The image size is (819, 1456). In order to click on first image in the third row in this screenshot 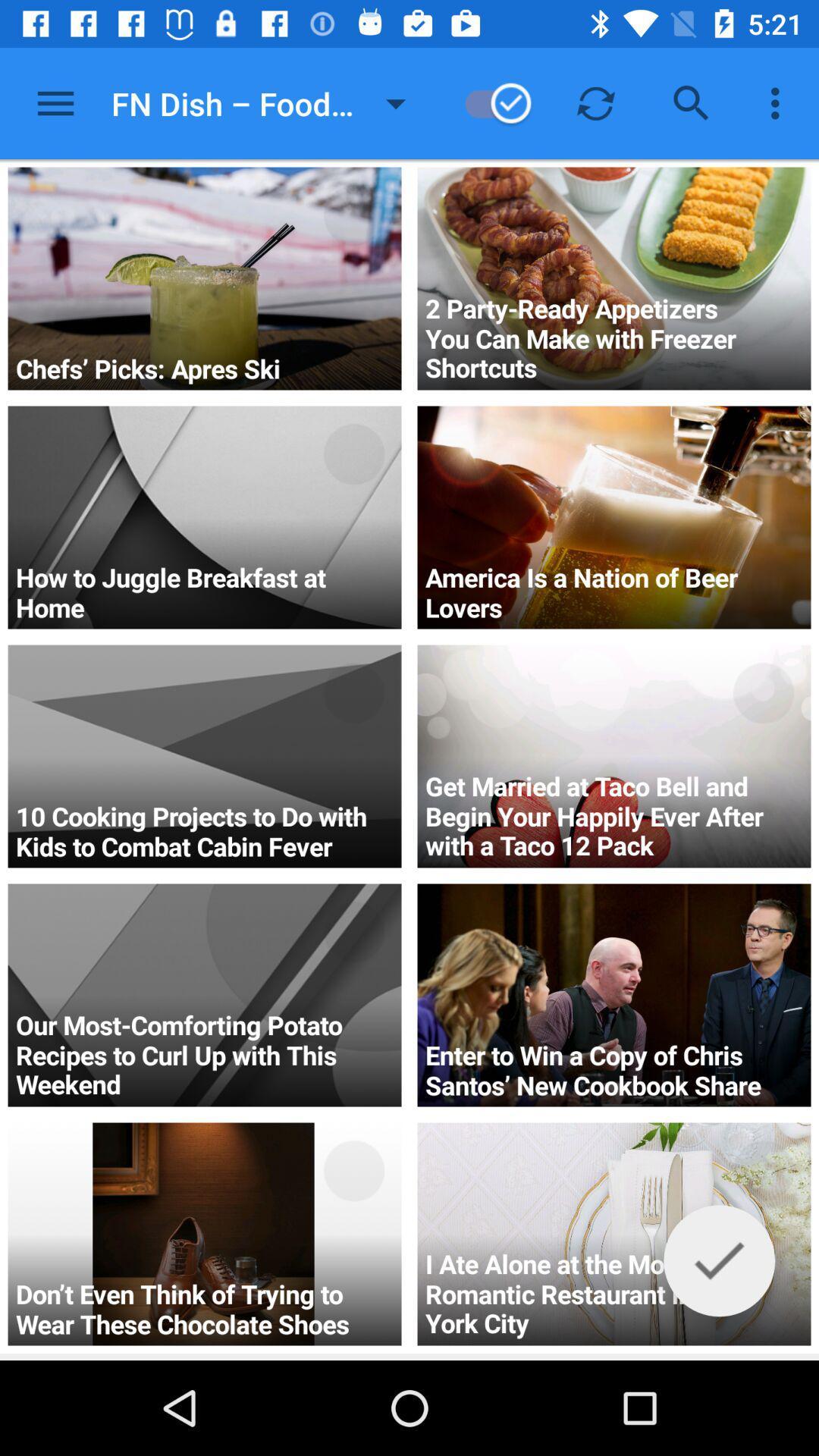, I will do `click(205, 757)`.